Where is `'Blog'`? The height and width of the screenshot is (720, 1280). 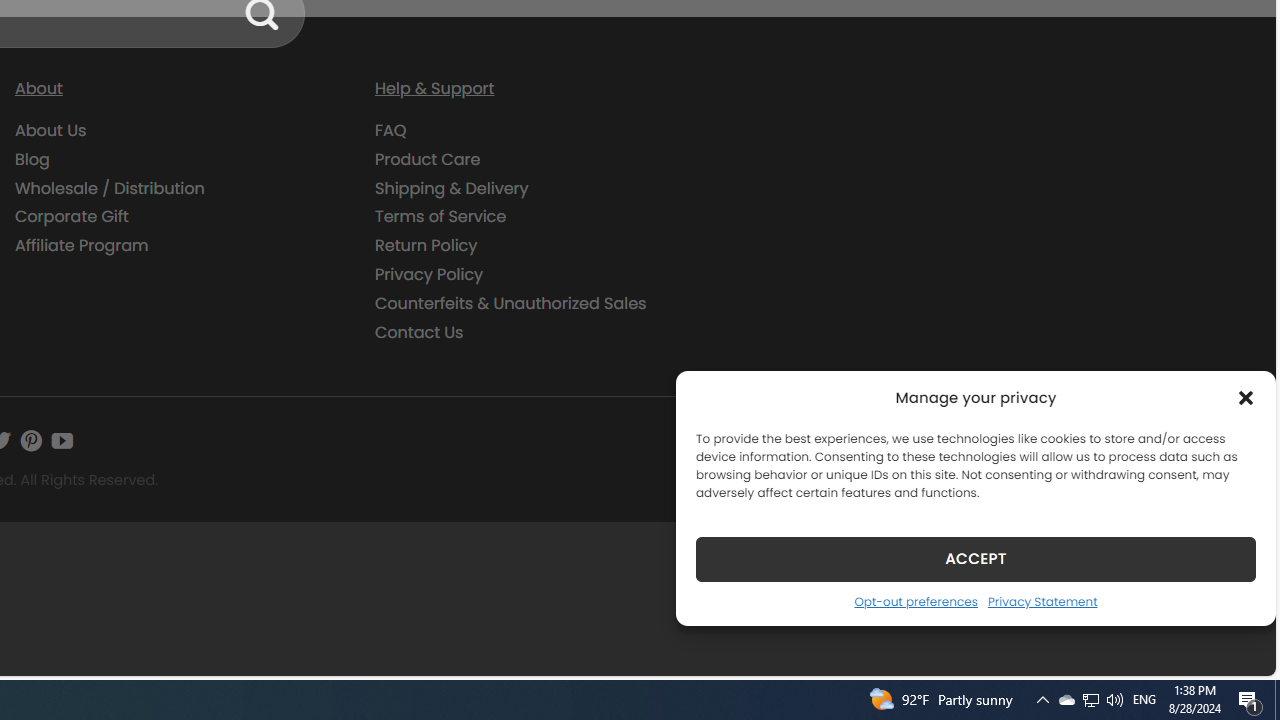 'Blog' is located at coordinates (32, 158).